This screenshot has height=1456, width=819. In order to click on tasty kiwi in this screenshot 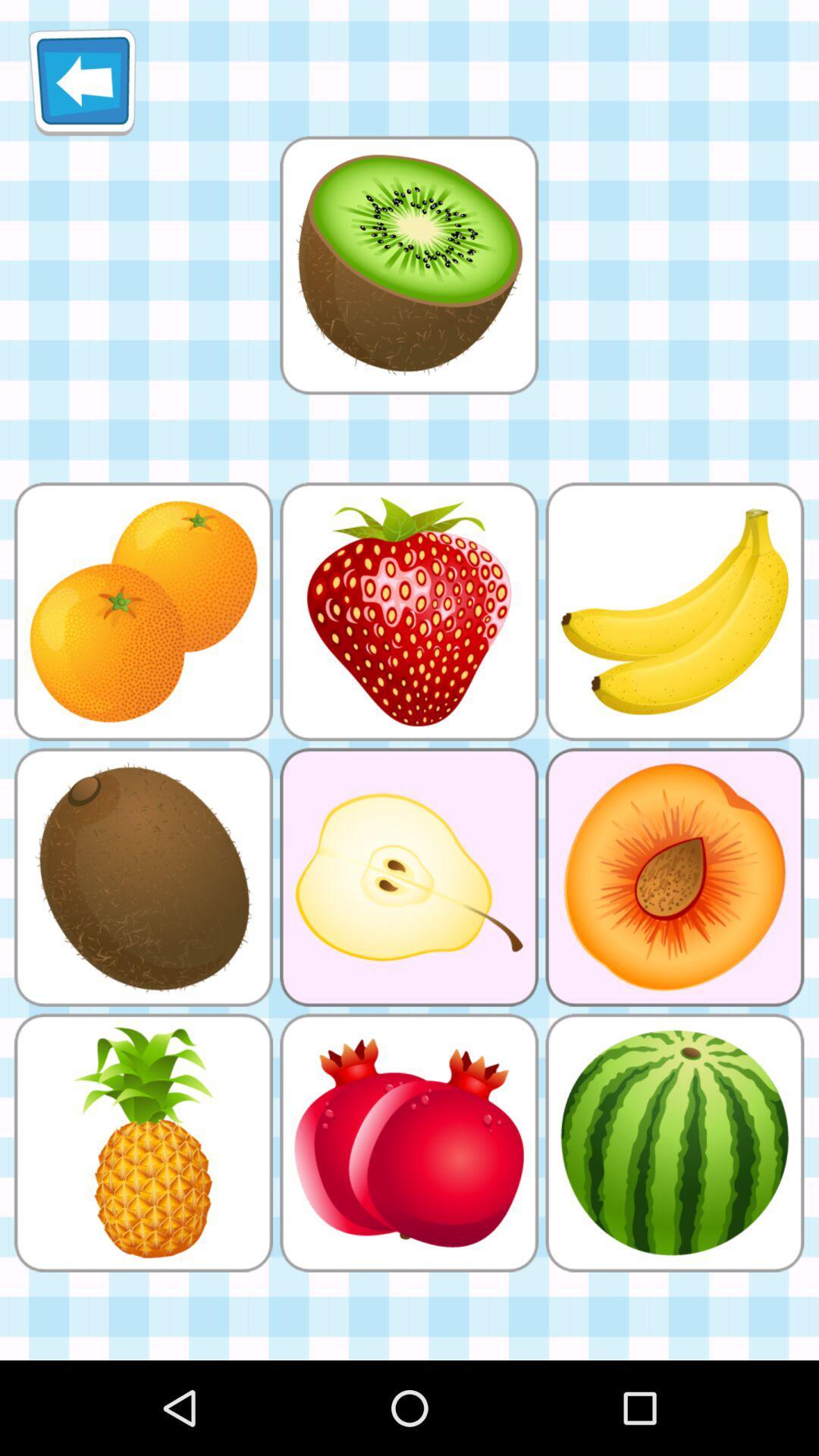, I will do `click(408, 265)`.